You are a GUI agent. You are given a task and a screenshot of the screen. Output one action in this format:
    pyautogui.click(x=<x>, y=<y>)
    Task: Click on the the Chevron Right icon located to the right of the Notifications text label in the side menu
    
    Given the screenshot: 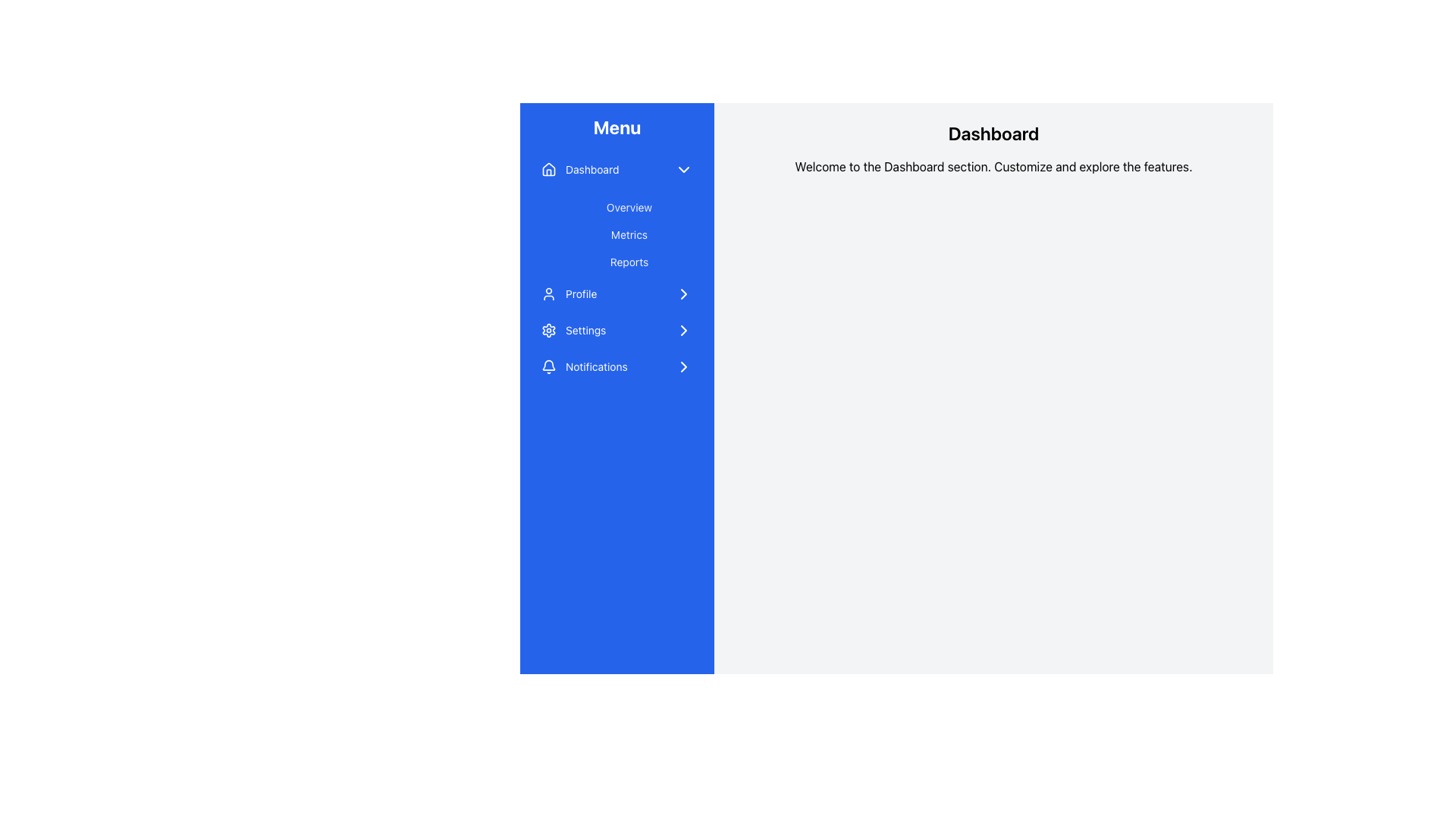 What is the action you would take?
    pyautogui.click(x=683, y=366)
    